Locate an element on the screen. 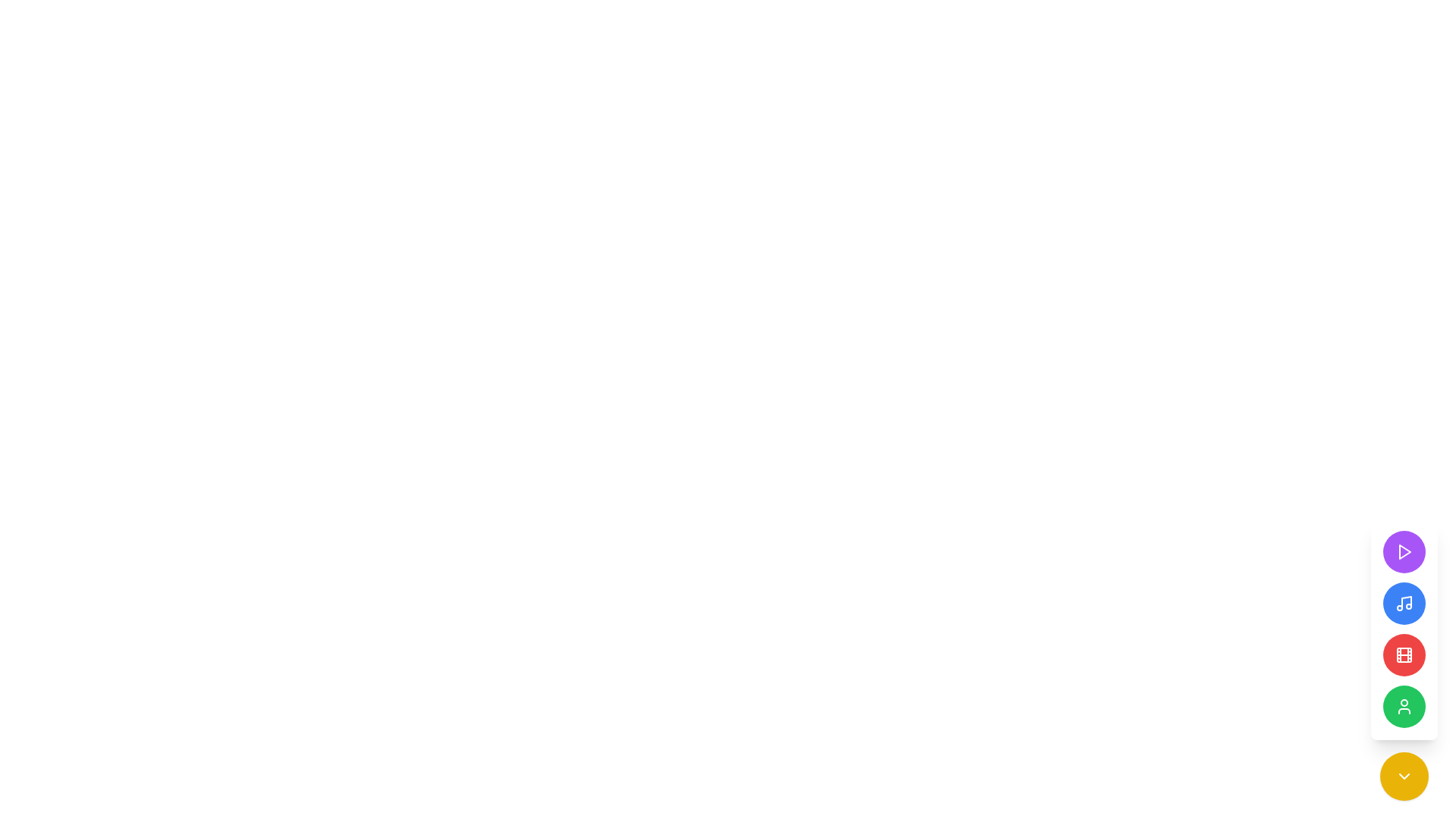 This screenshot has height=819, width=1456. the music icon button represented by a musical note within a blue circular button is located at coordinates (1404, 602).